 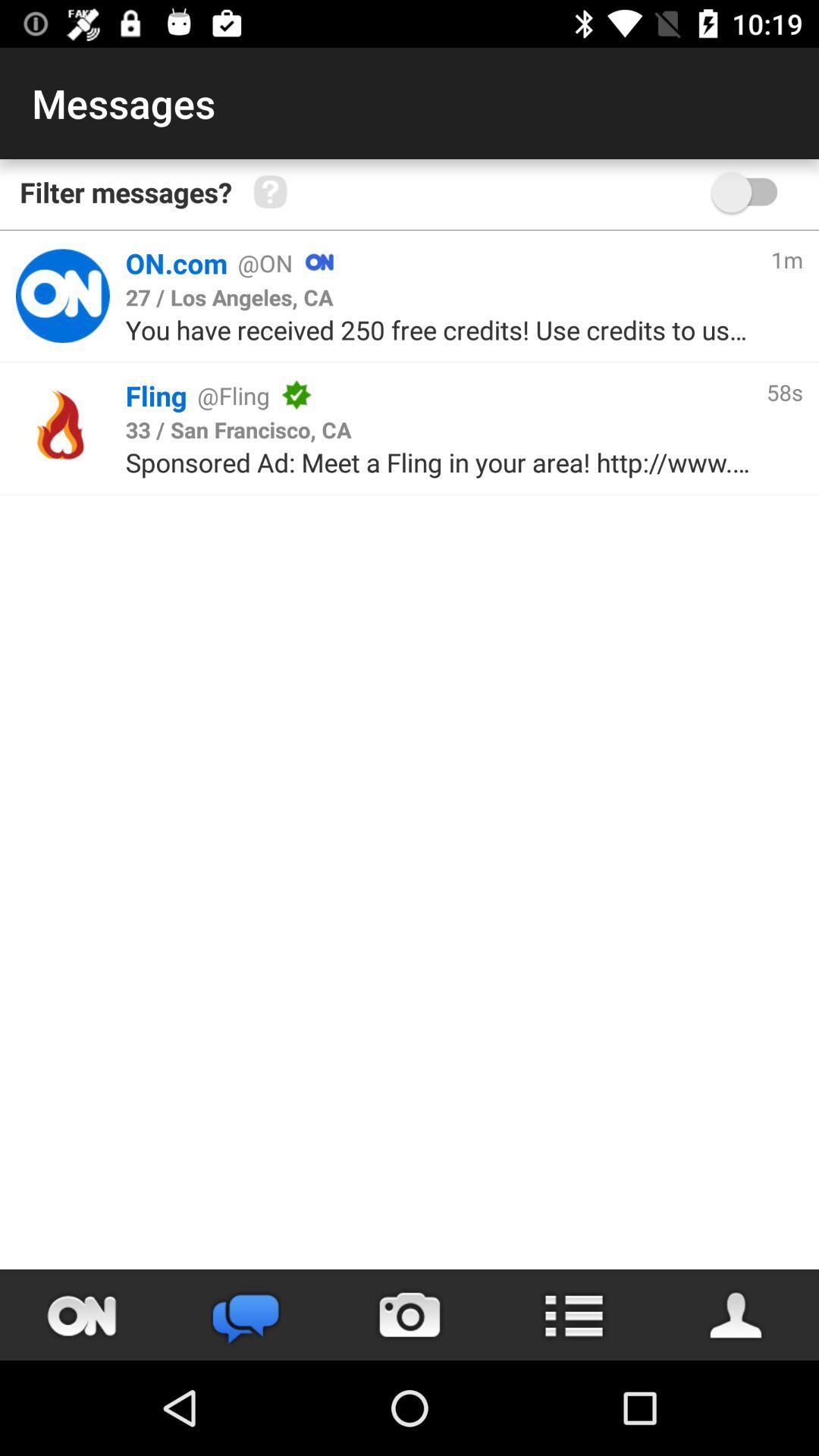 I want to click on camera, so click(x=409, y=1314).